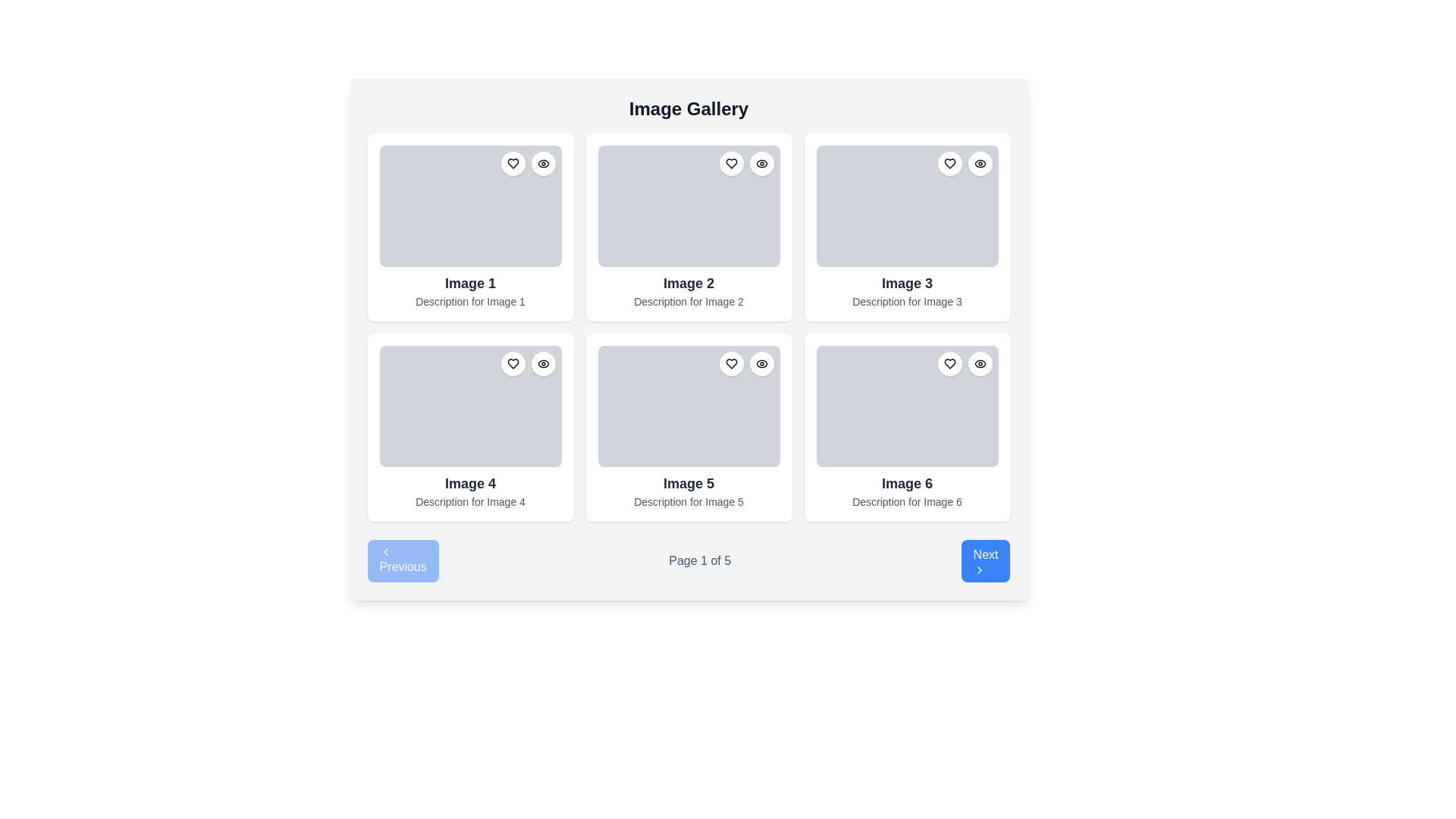 Image resolution: width=1456 pixels, height=819 pixels. What do you see at coordinates (907, 301) in the screenshot?
I see `the text label located below the title 'Image 3' in the third image card of the top row in a 3x2 grid layout` at bounding box center [907, 301].